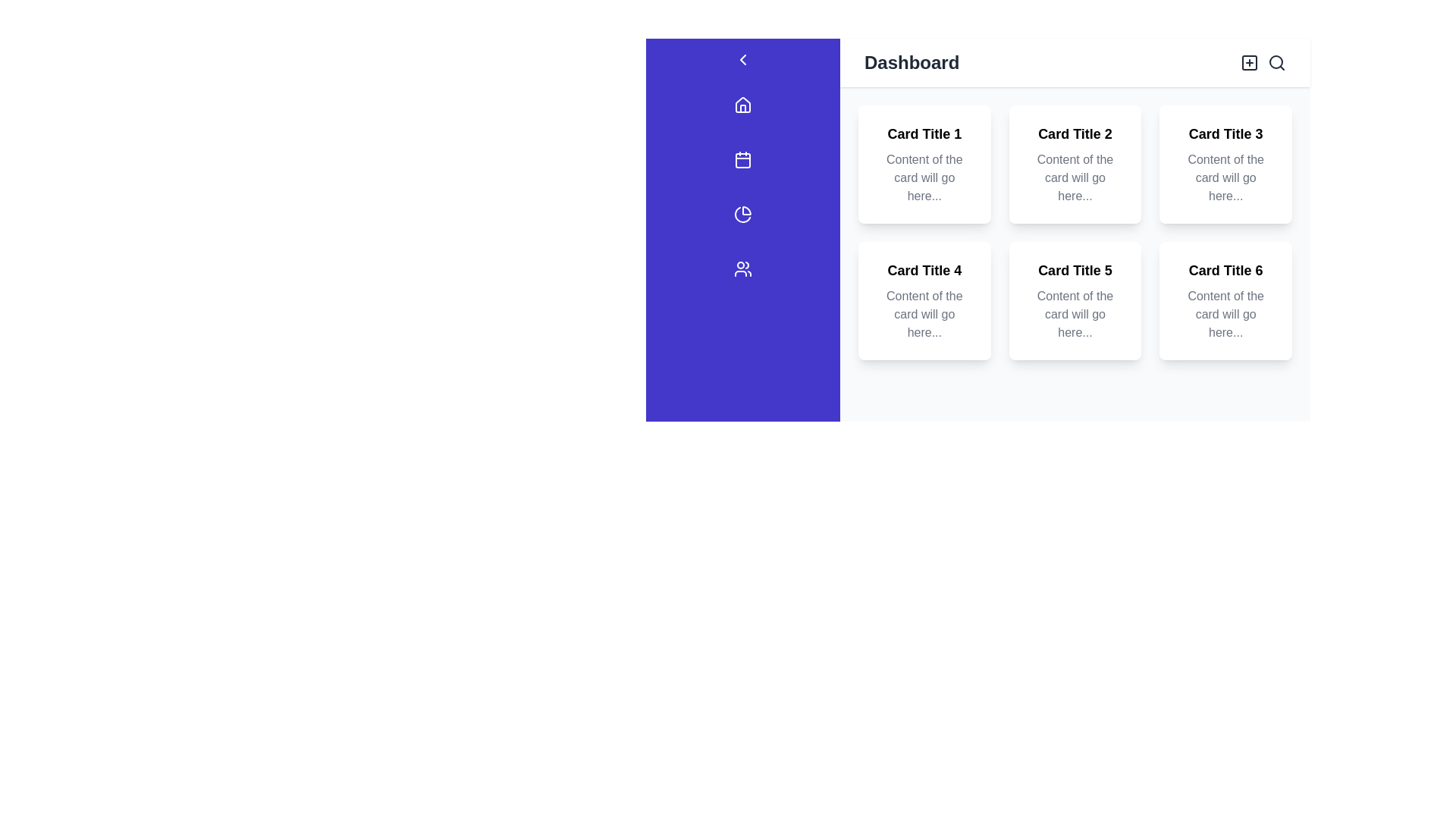 The width and height of the screenshot is (1456, 819). I want to click on the first card in the grid layout, which has a white background, rounded corners, and contains the title 'Card Title 1' and descriptive text. This action will highlight the card, so click(924, 164).